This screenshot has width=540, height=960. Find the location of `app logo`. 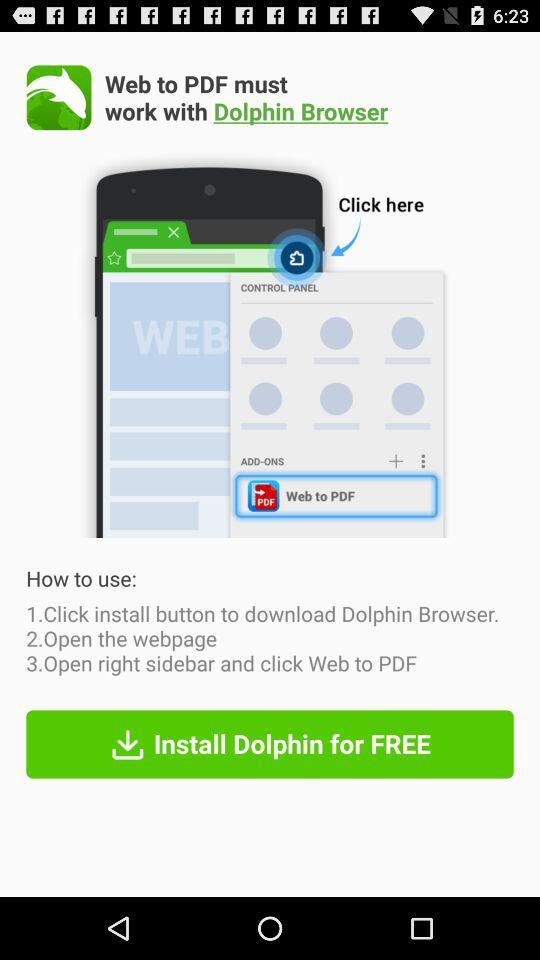

app logo is located at coordinates (59, 97).